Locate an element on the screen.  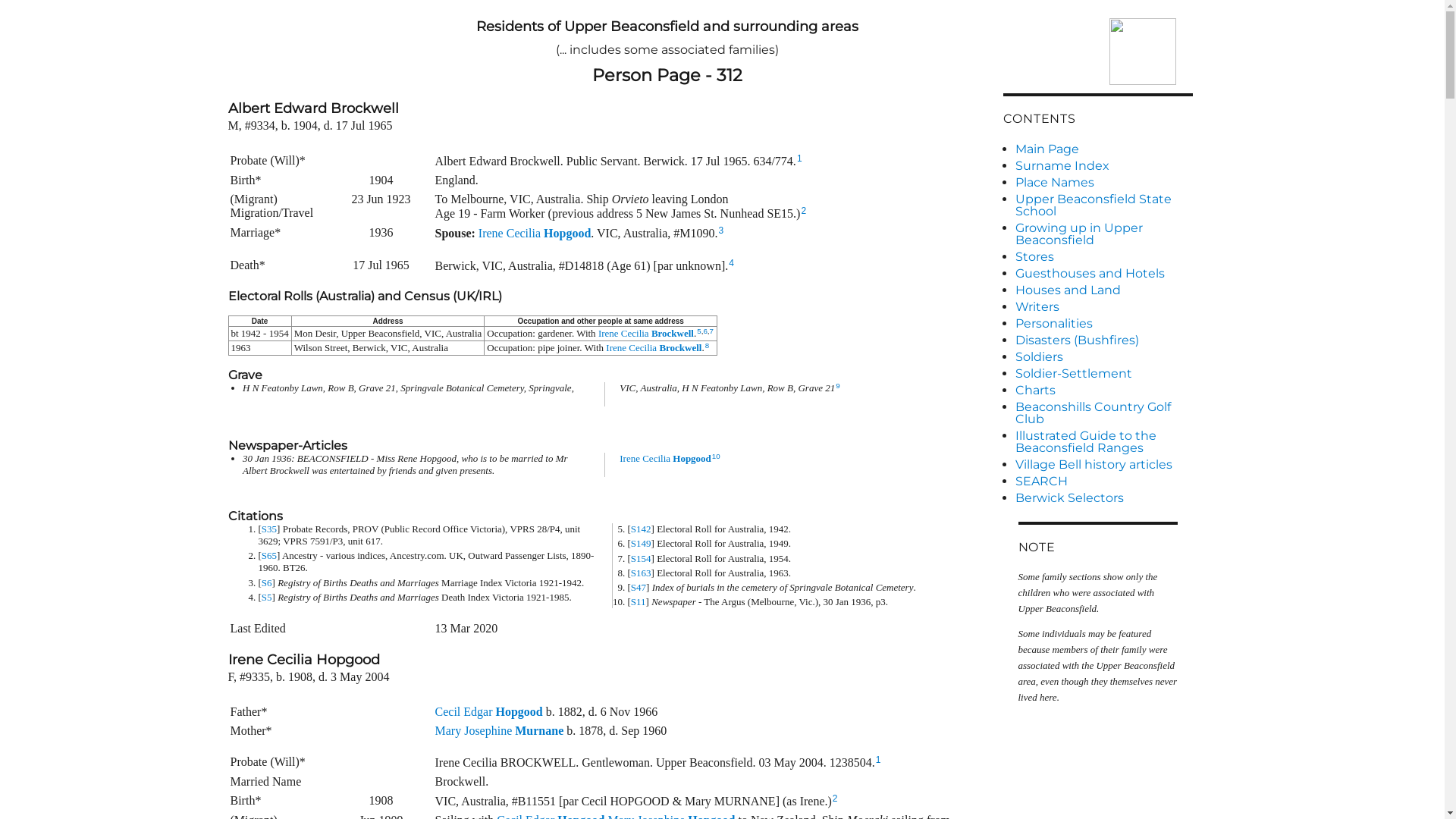
'SEARCH' is located at coordinates (1103, 482).